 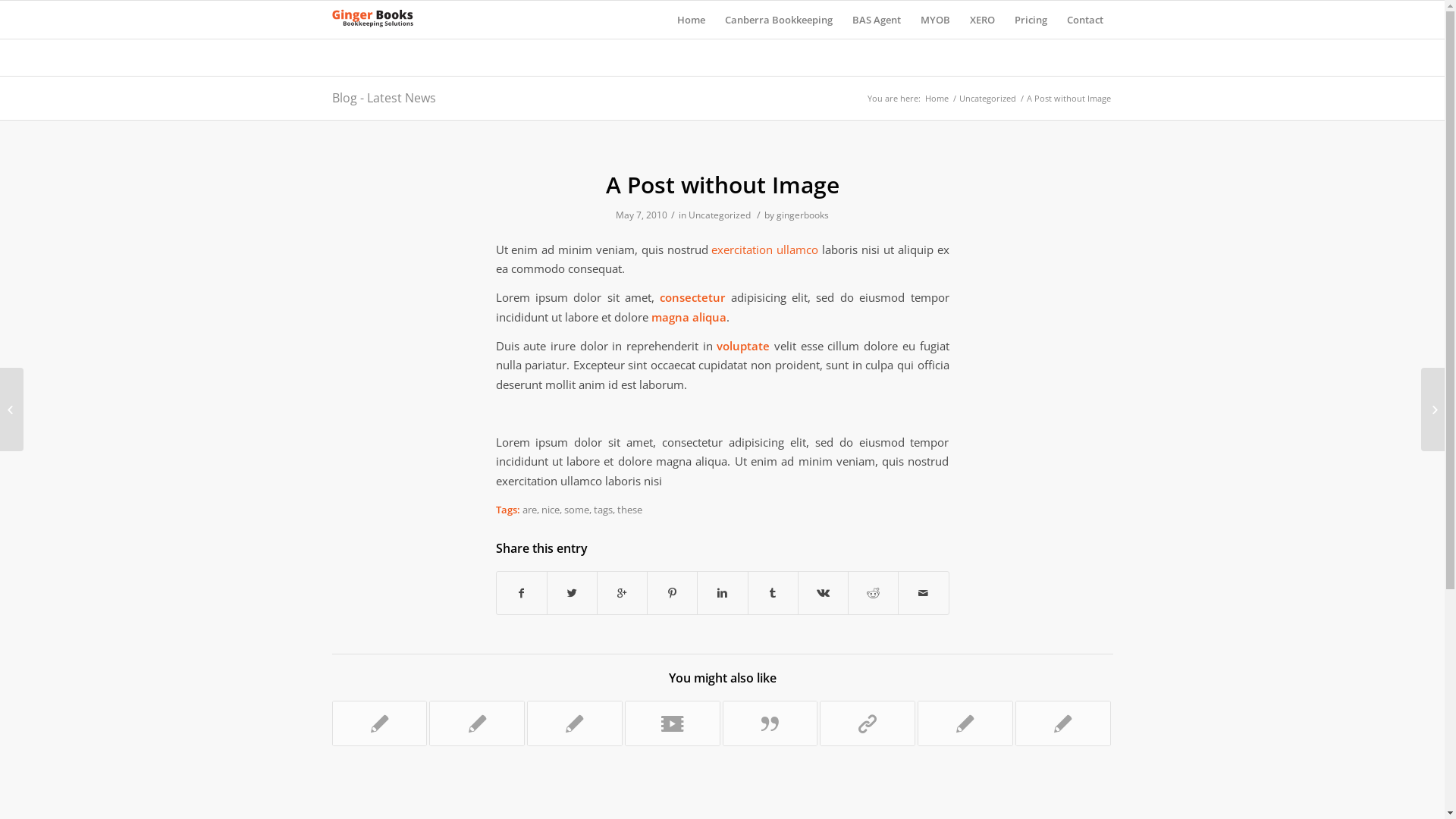 I want to click on 'Uncategorized', so click(x=719, y=215).